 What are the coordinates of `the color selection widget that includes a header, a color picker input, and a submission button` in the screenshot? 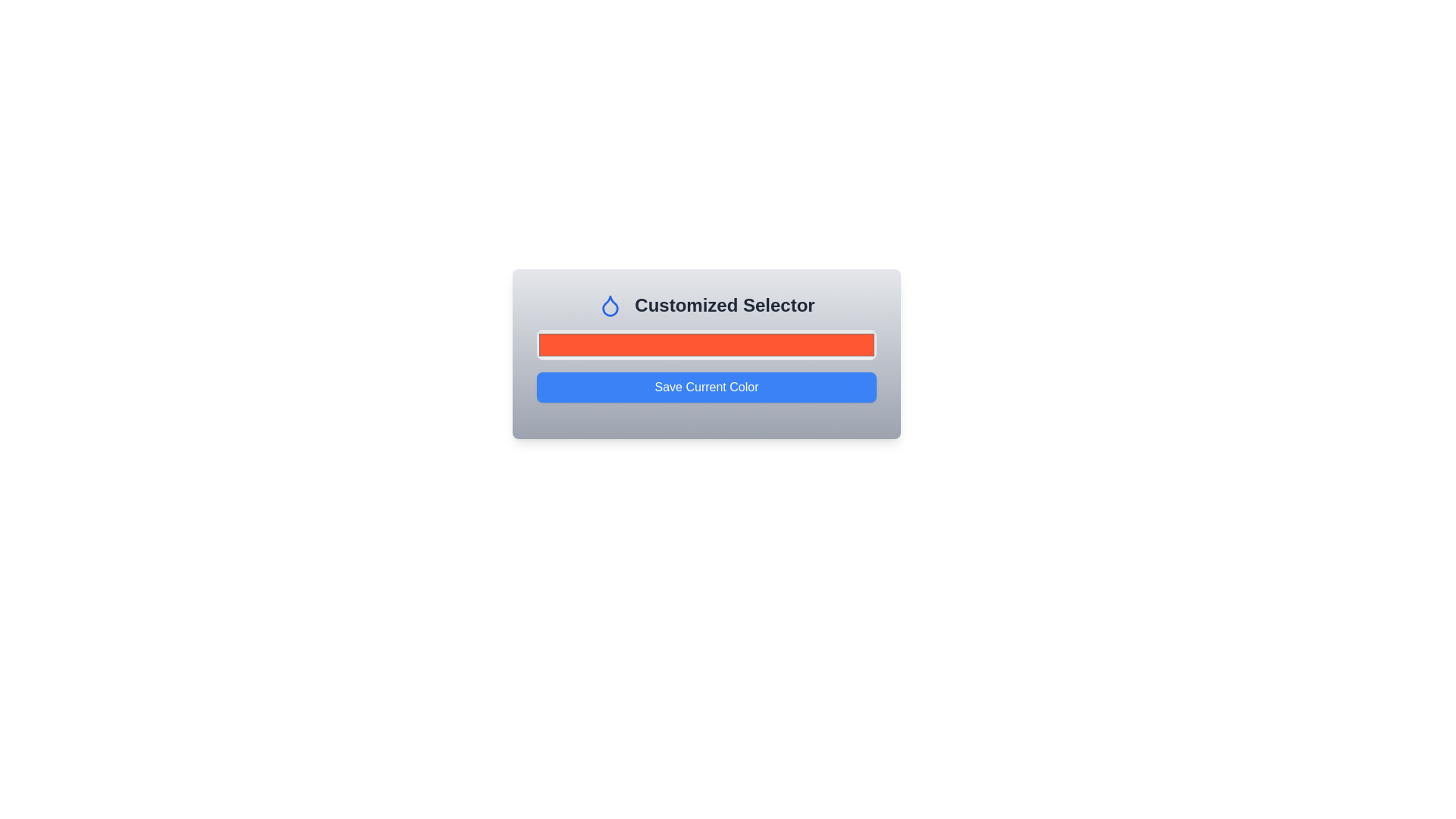 It's located at (705, 353).